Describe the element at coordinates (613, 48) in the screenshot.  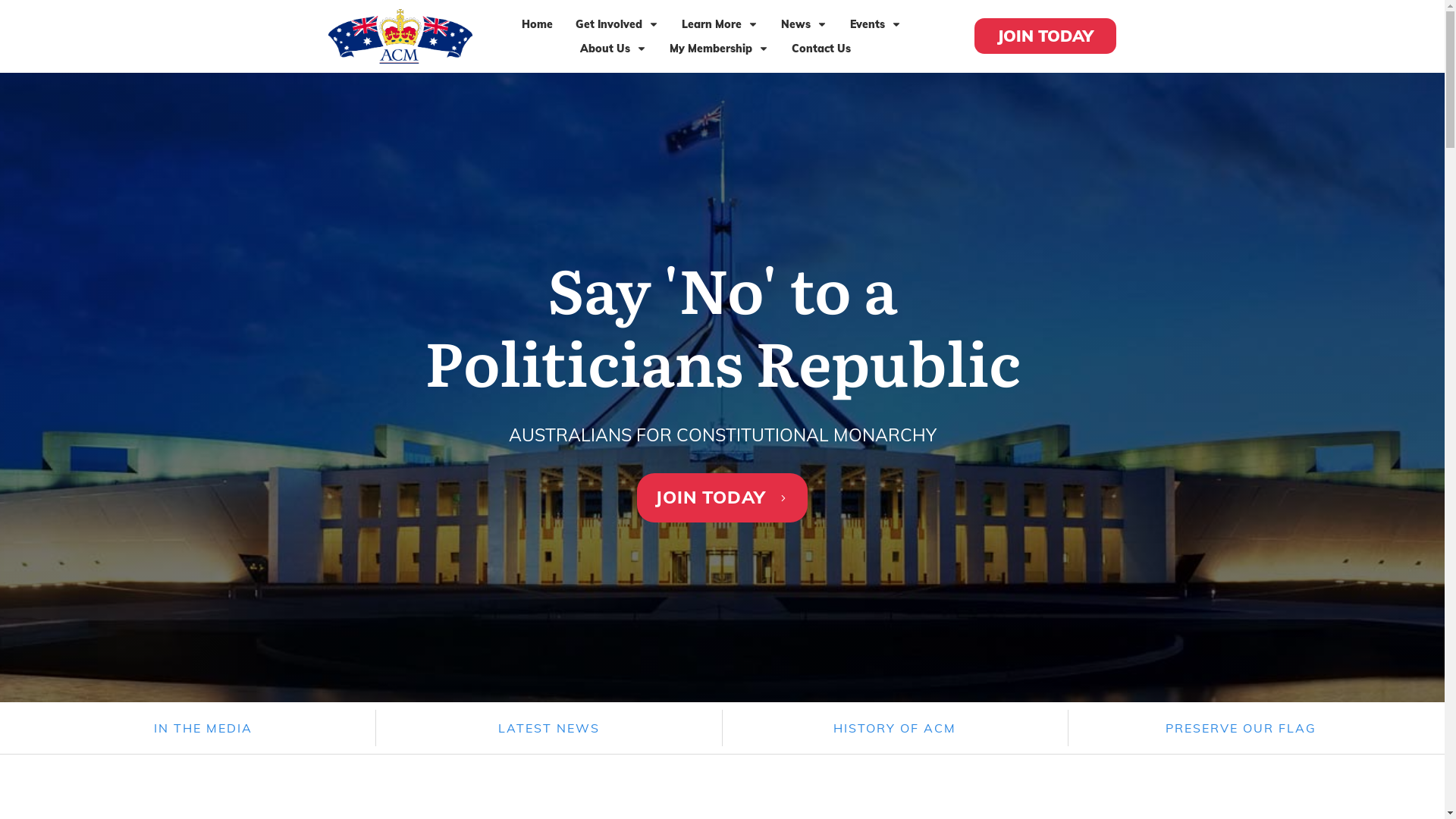
I see `'About Us'` at that location.